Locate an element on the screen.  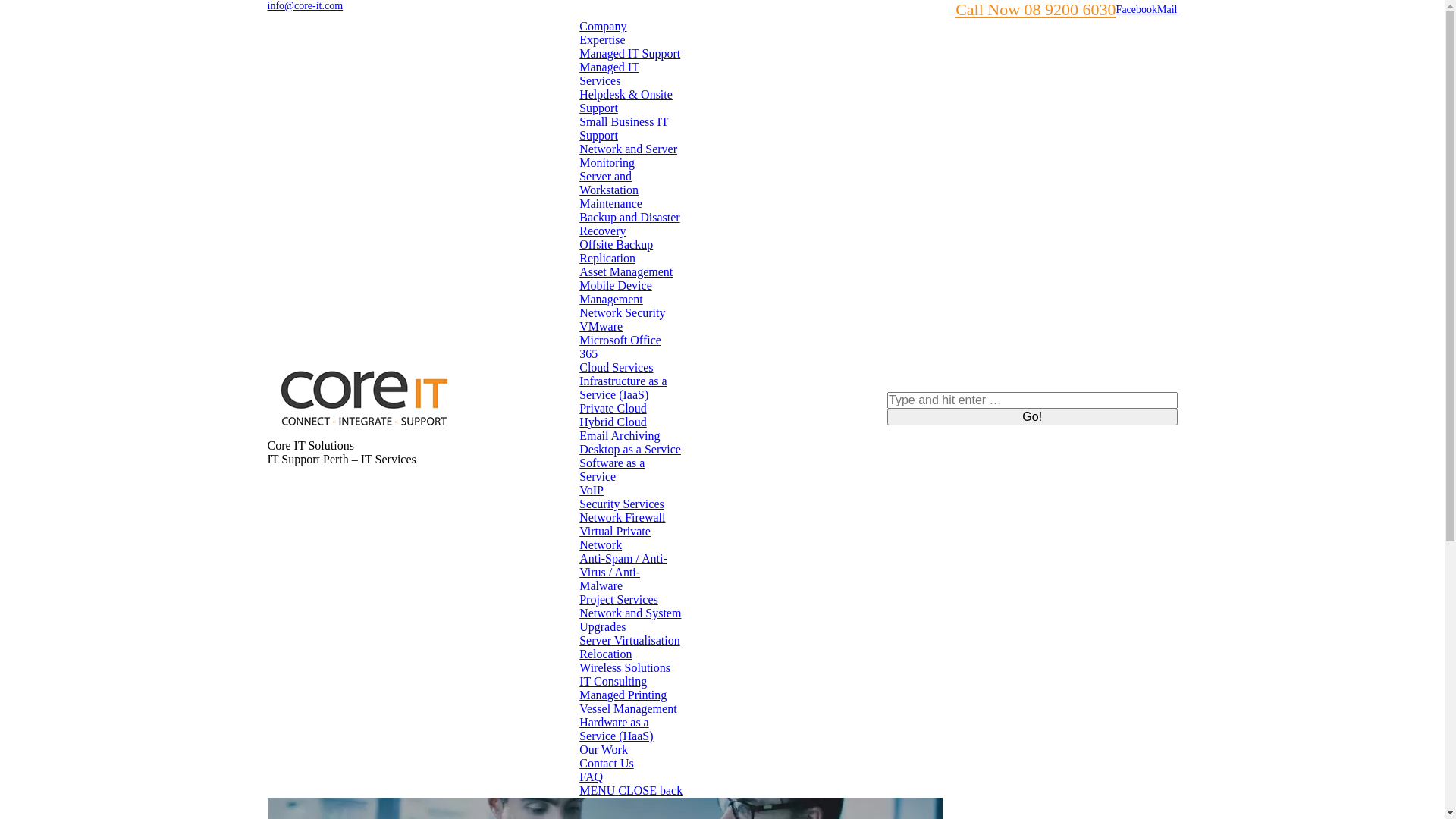
'Desktop as a Service' is located at coordinates (629, 448).